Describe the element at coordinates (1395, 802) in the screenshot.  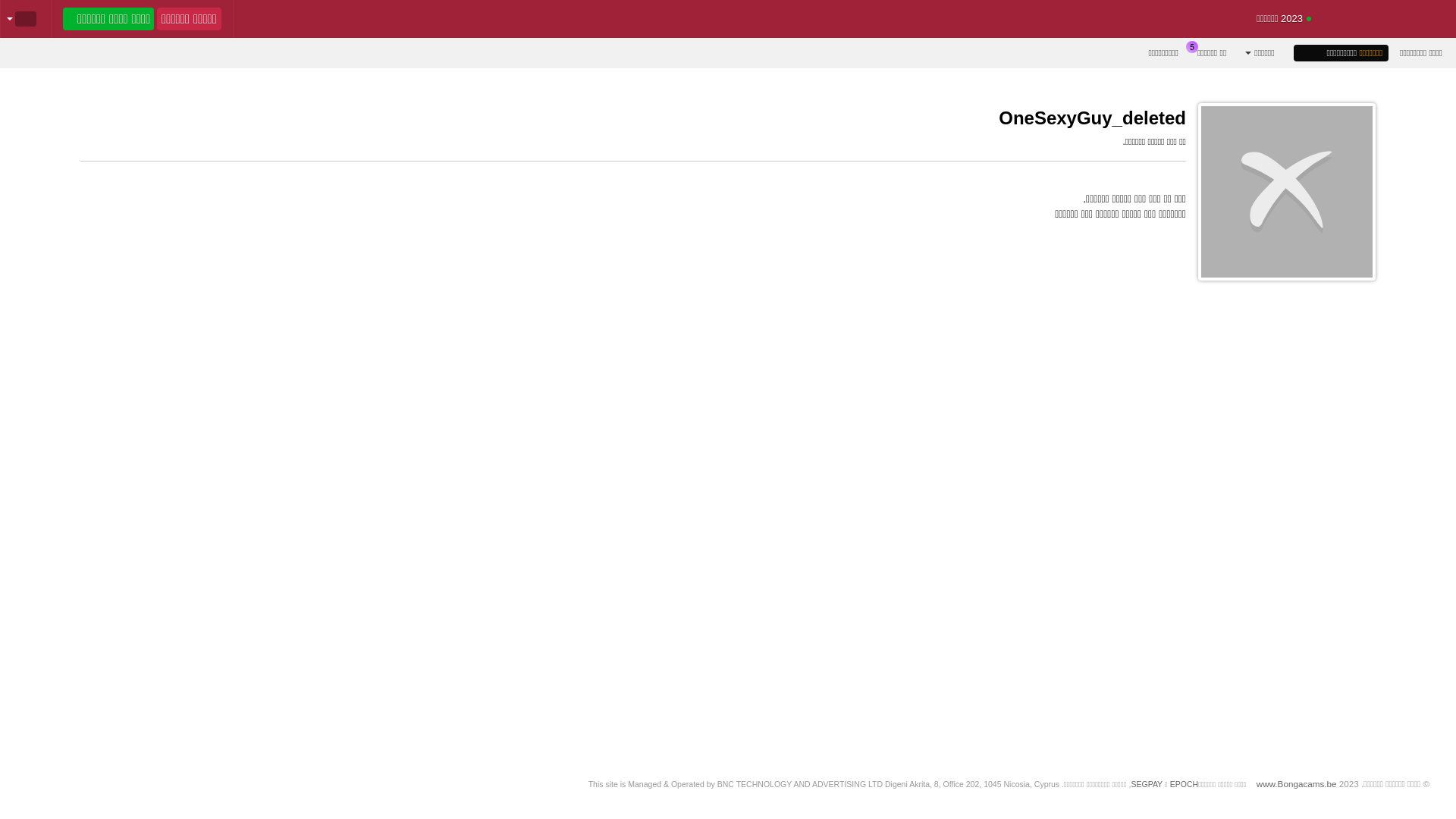
I see `'RTA'` at that location.